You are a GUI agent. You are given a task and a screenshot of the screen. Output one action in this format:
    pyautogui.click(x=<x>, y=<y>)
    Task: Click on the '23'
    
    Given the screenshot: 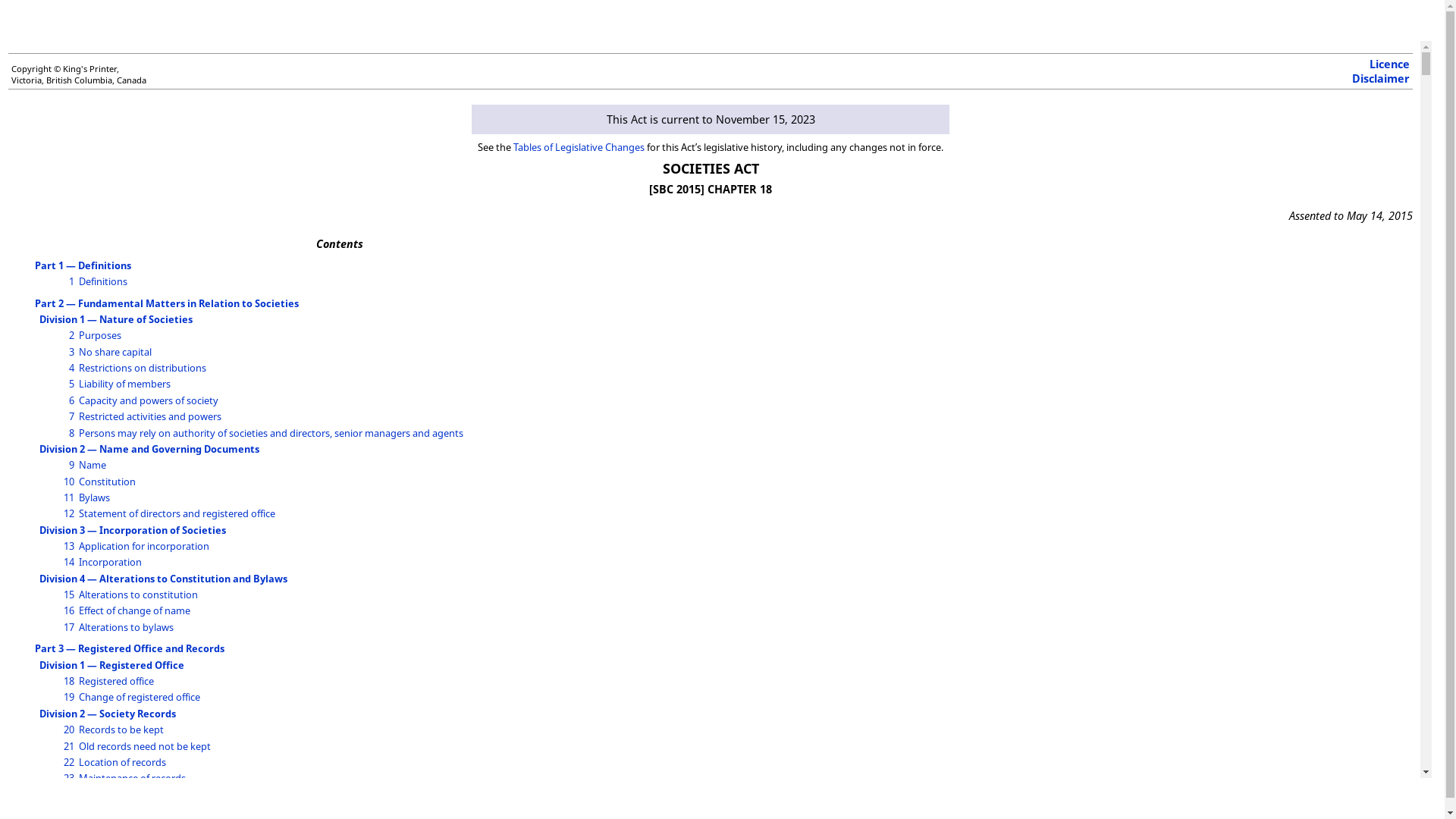 What is the action you would take?
    pyautogui.click(x=68, y=778)
    